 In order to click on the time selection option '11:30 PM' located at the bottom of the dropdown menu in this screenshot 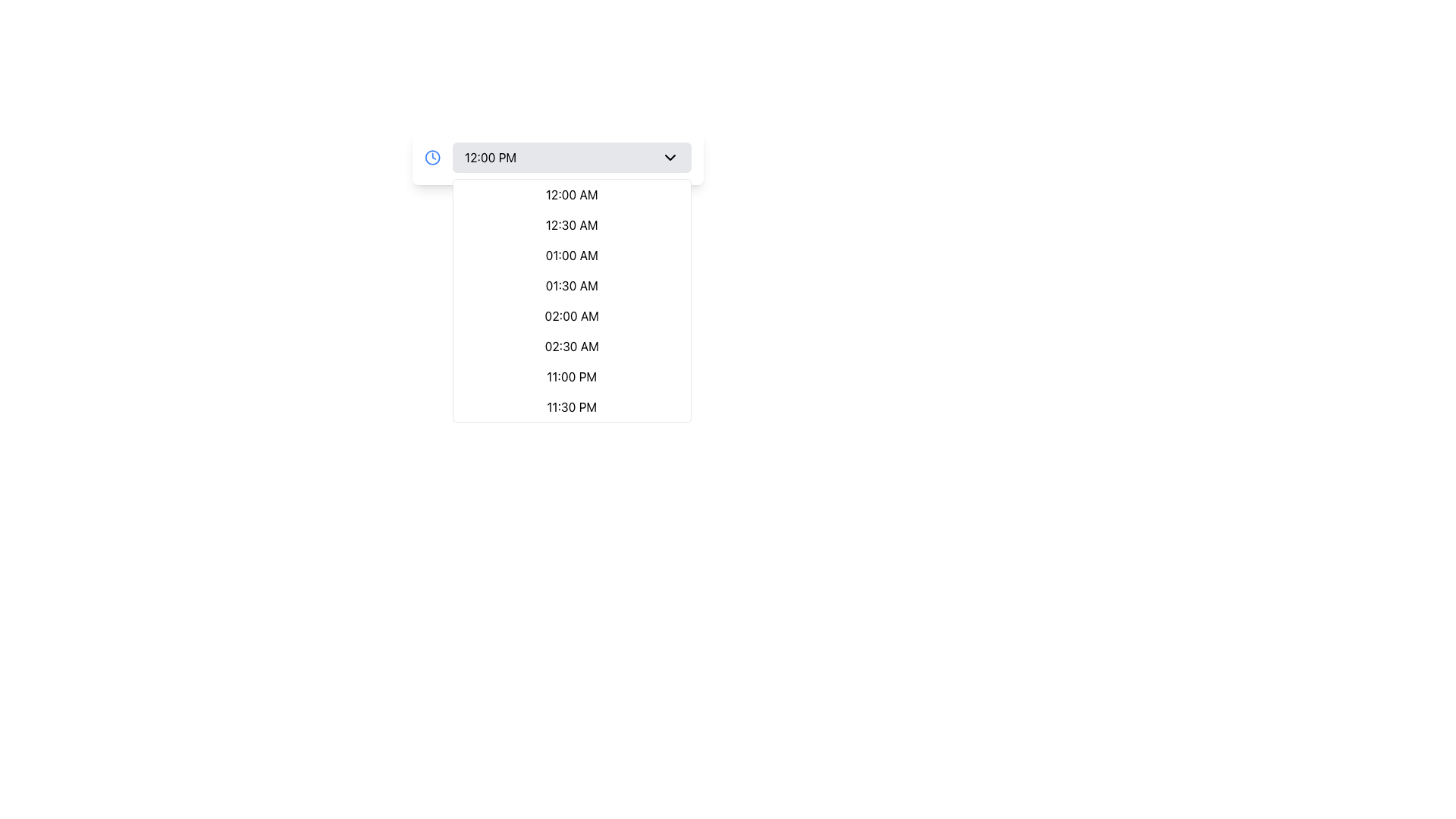, I will do `click(570, 406)`.